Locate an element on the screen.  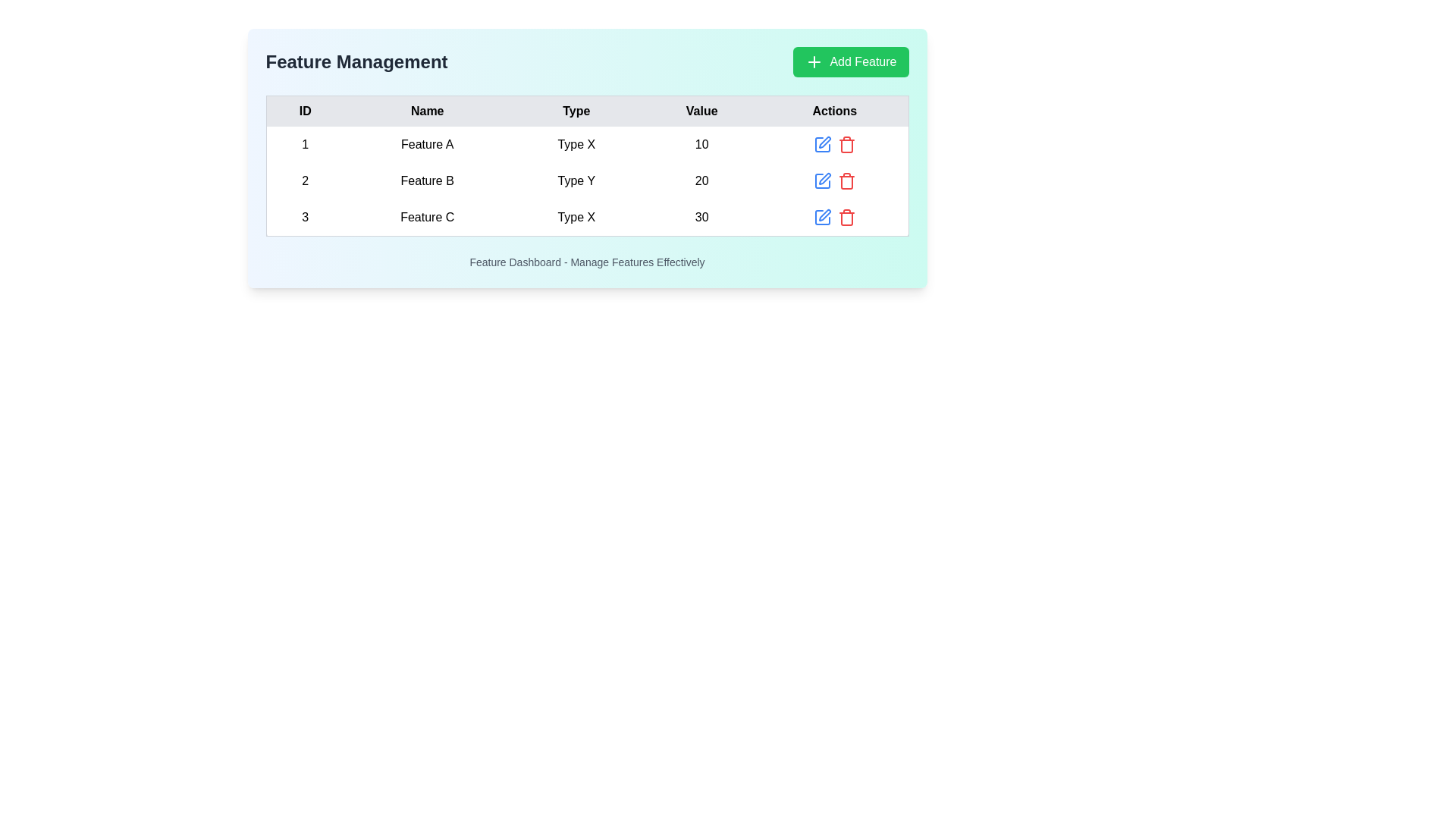
the second row in the table that displays a record of a specific feature, positioned between rows labeled '1' and '3' is located at coordinates (586, 180).